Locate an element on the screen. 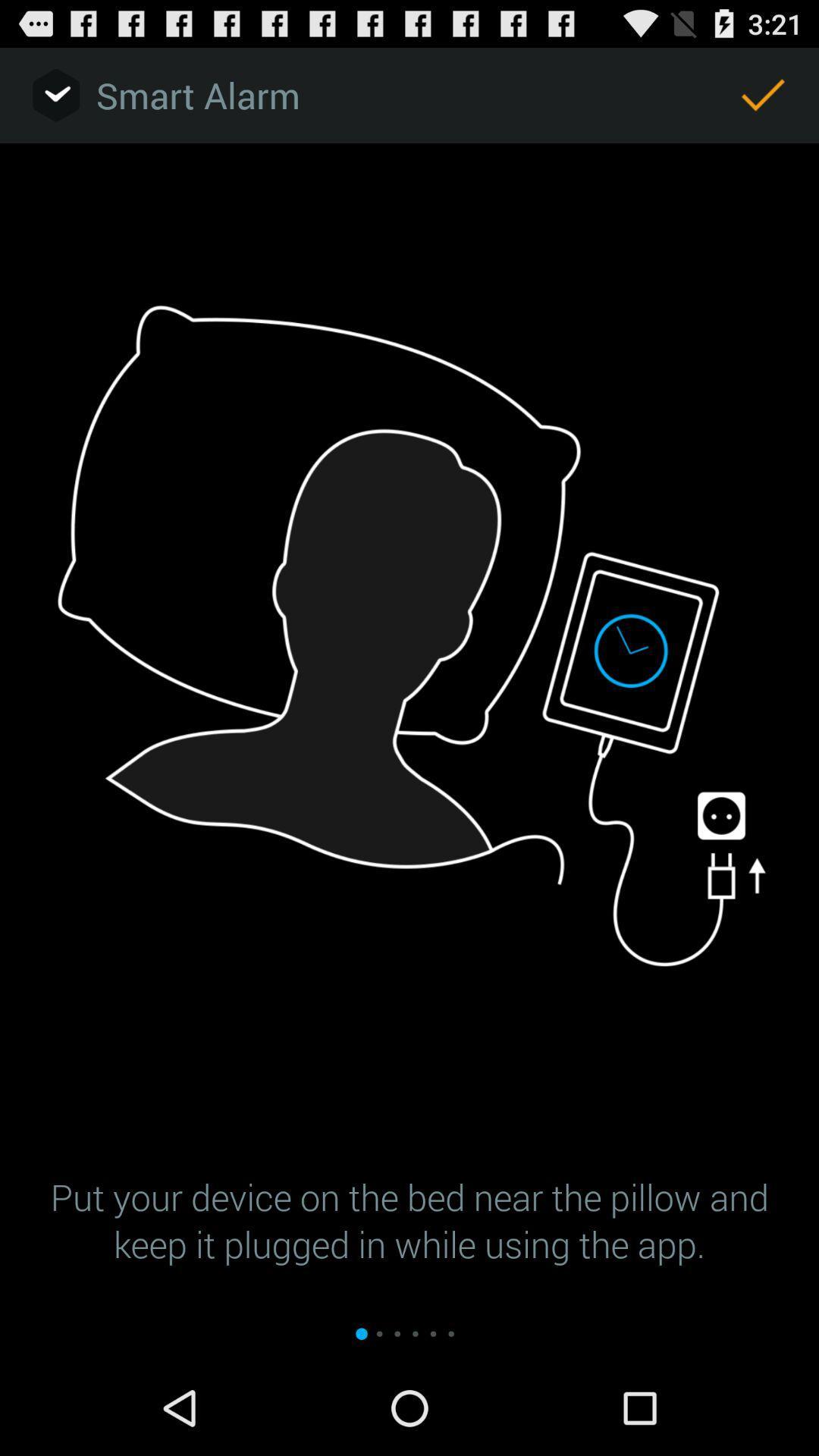 The image size is (819, 1456). item to the right of smart alarm is located at coordinates (763, 94).